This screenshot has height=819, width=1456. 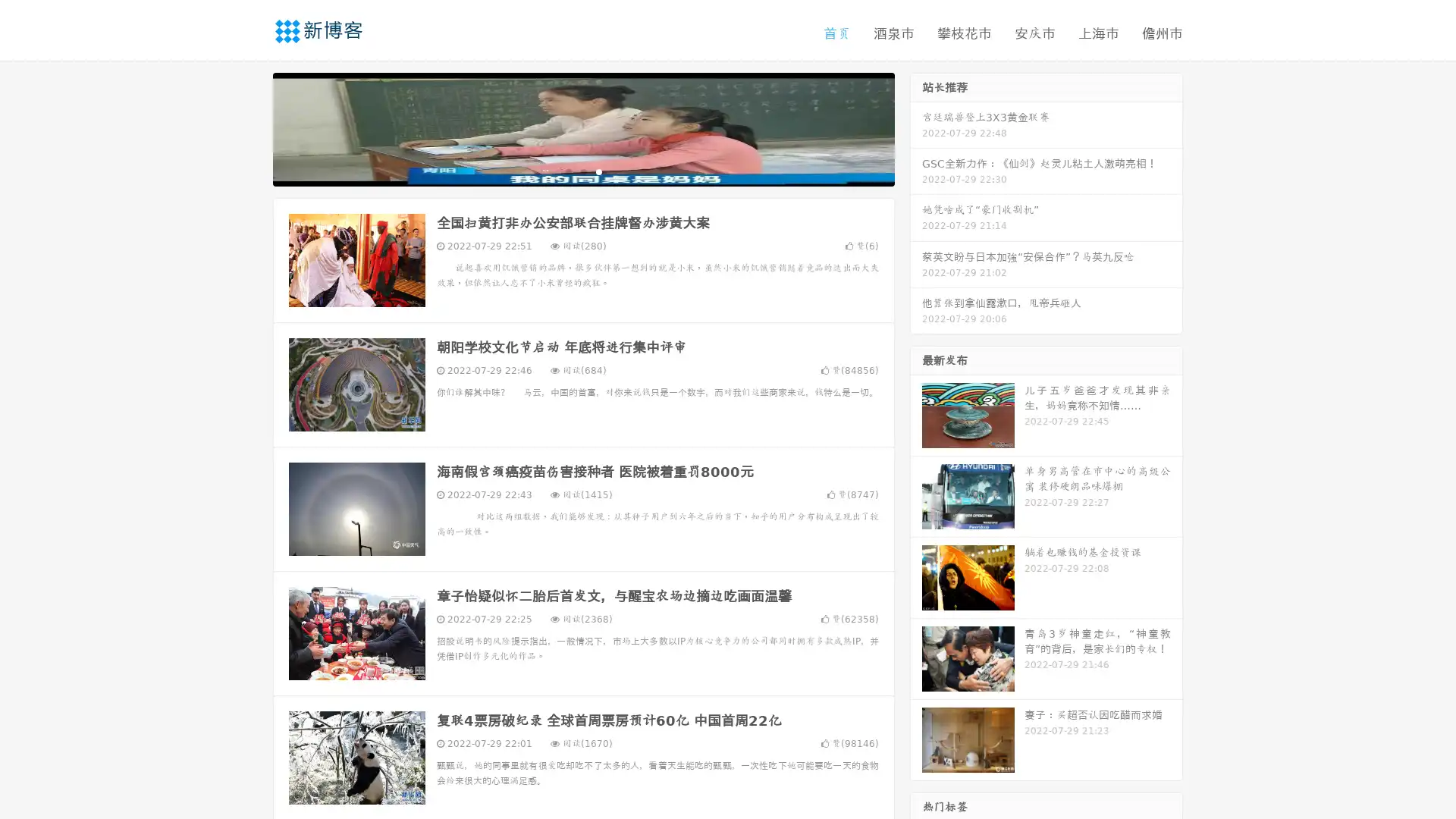 What do you see at coordinates (250, 127) in the screenshot?
I see `Previous slide` at bounding box center [250, 127].